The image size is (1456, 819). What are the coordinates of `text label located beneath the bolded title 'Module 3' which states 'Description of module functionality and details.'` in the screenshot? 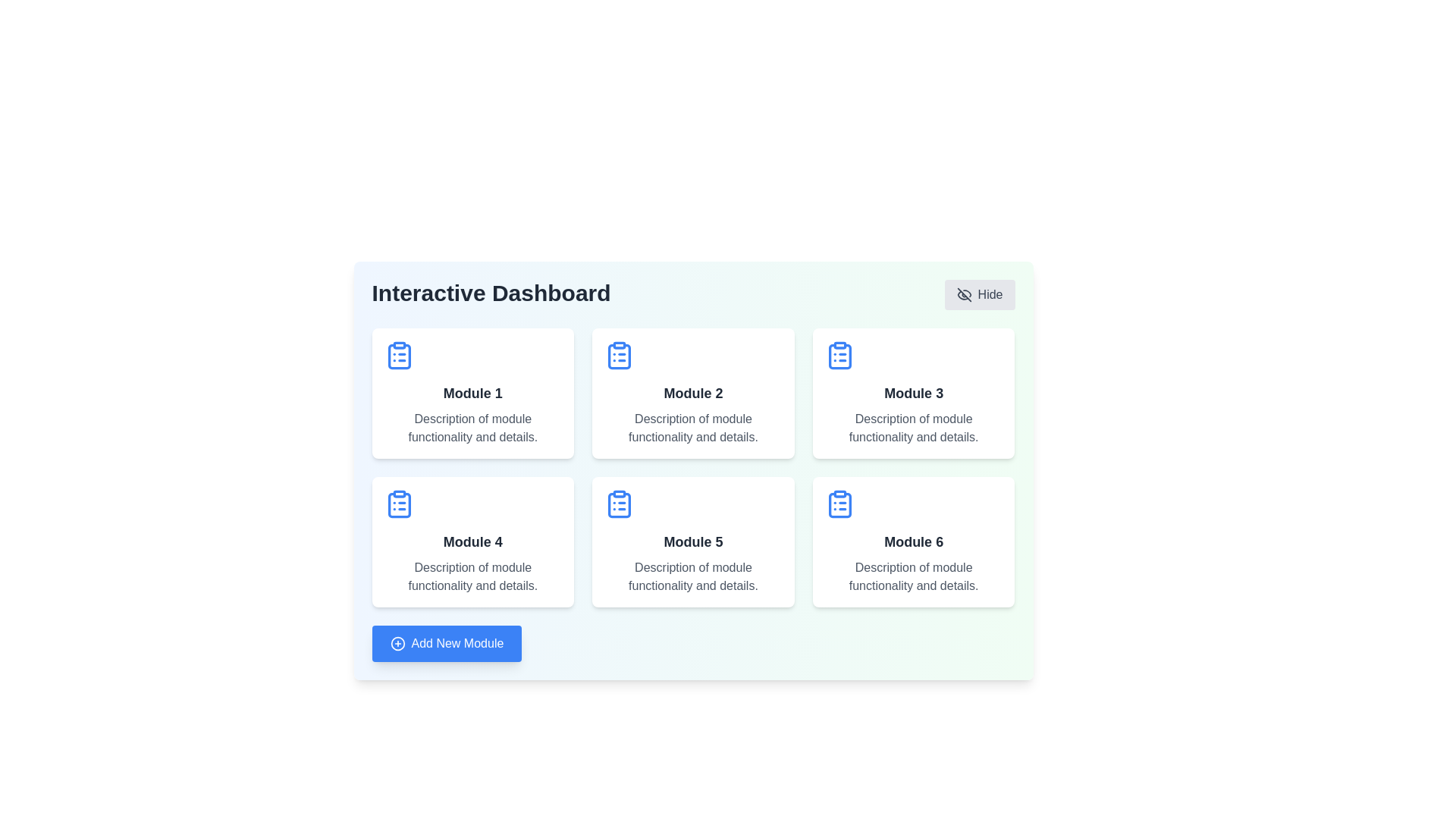 It's located at (913, 428).